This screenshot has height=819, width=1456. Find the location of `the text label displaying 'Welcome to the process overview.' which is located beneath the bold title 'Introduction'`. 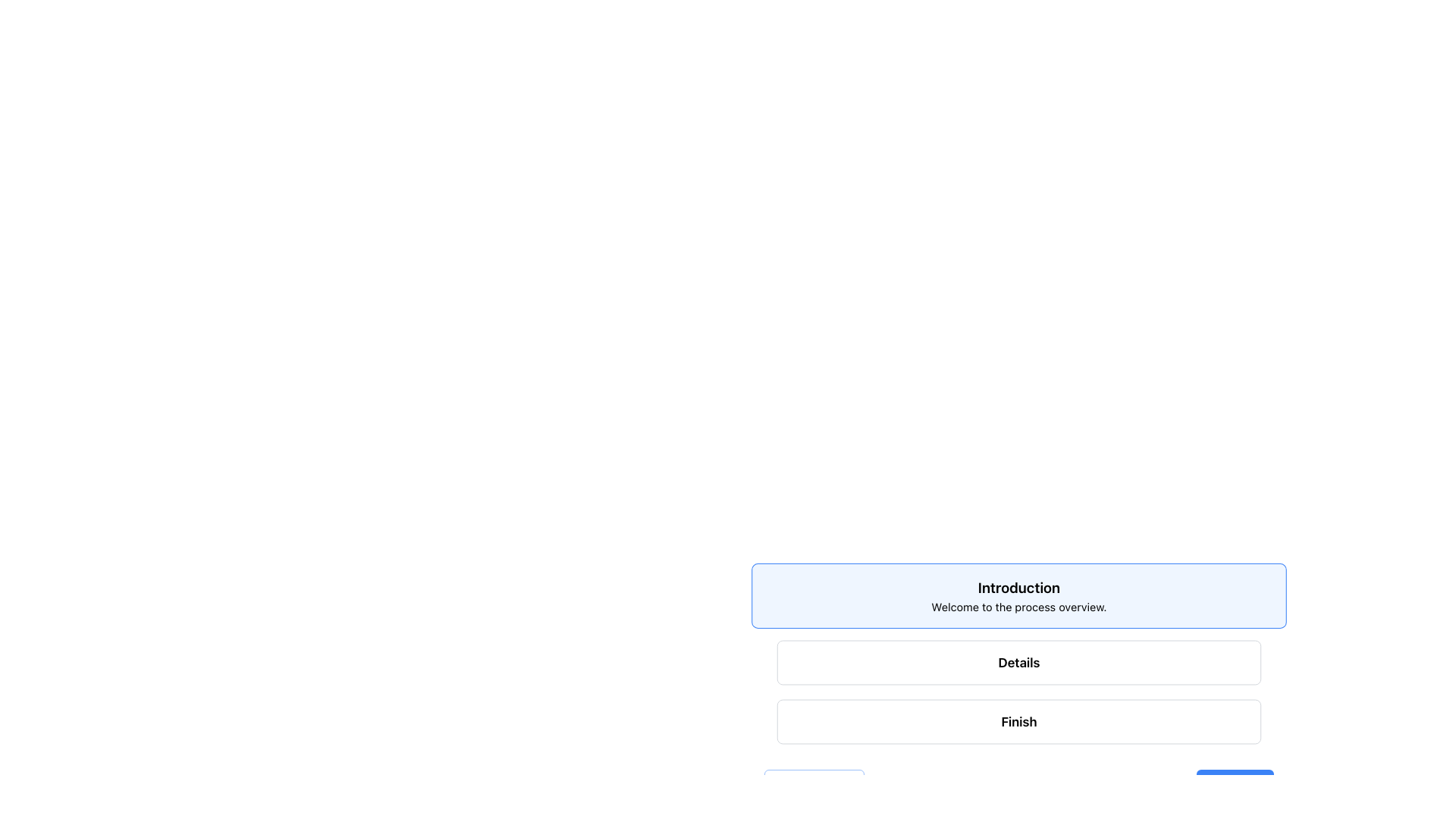

the text label displaying 'Welcome to the process overview.' which is located beneath the bold title 'Introduction' is located at coordinates (1018, 606).